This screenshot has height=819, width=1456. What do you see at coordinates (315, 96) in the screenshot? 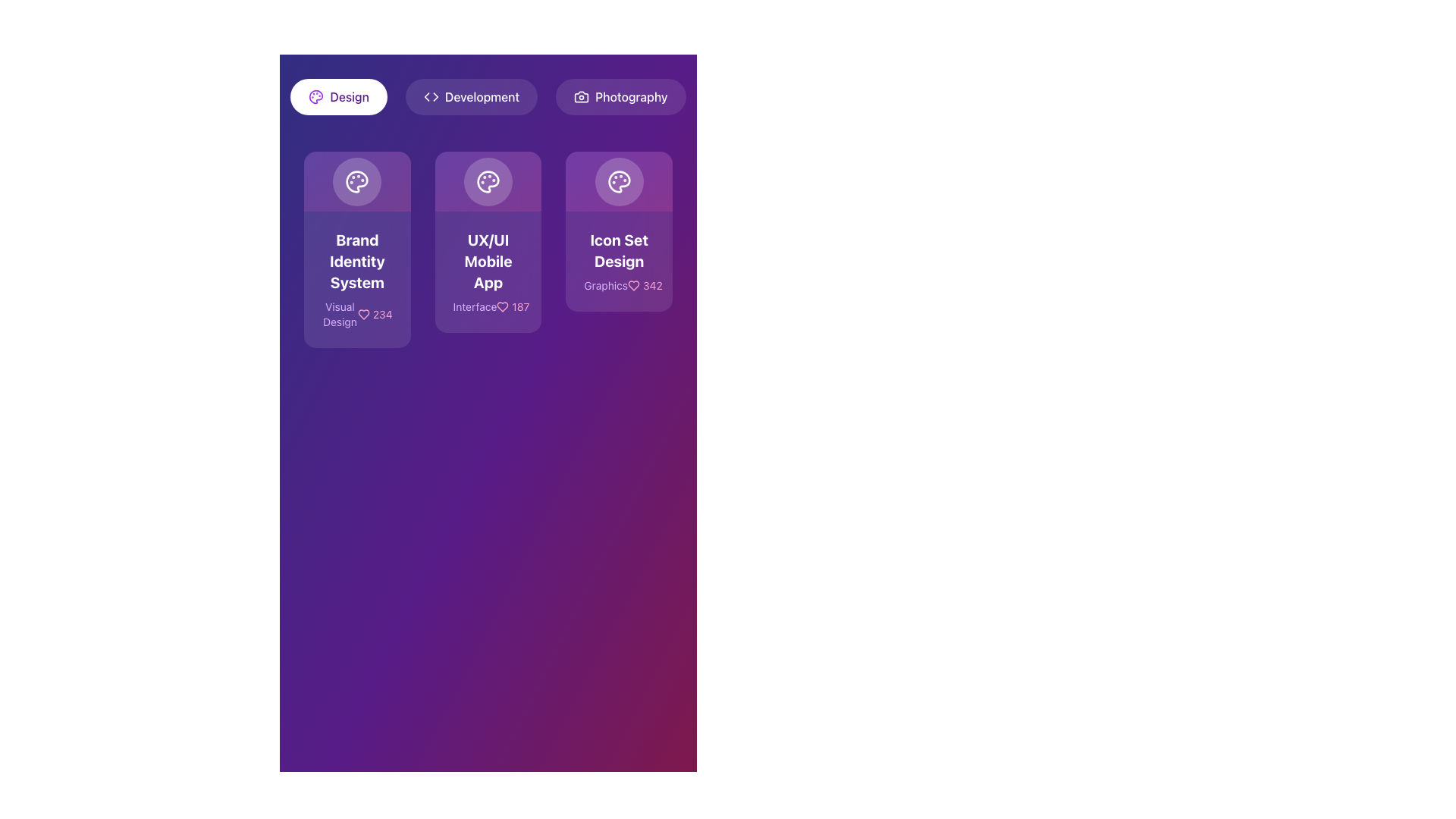
I see `the decorative SVG icon resembling a palette, located at the top center of the second rectangular card in the 'Design' category` at bounding box center [315, 96].